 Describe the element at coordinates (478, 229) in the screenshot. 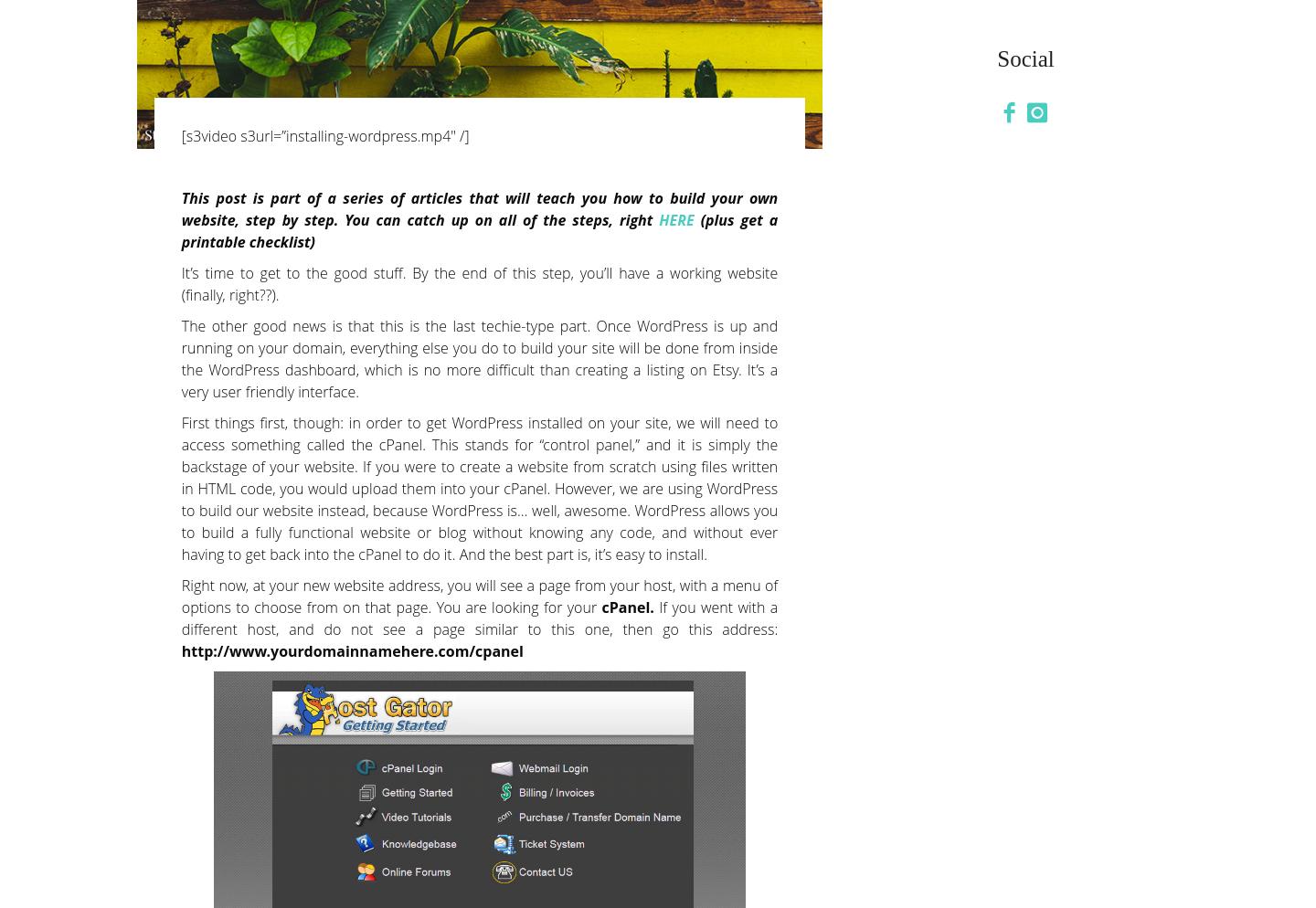

I see `'(plus get a printable checklist)'` at that location.